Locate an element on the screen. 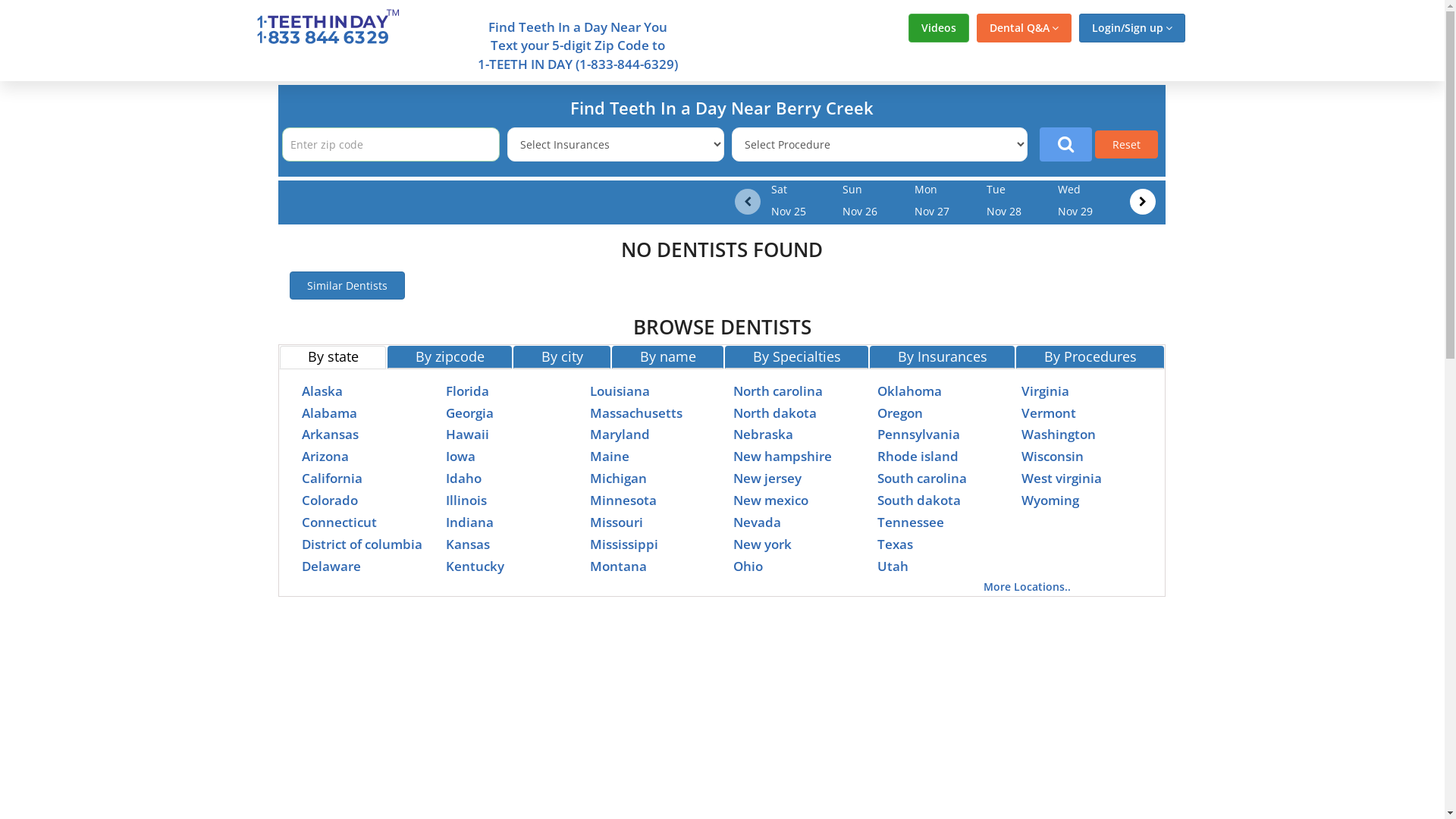 This screenshot has height=819, width=1456. 'Tennessee' is located at coordinates (877, 521).